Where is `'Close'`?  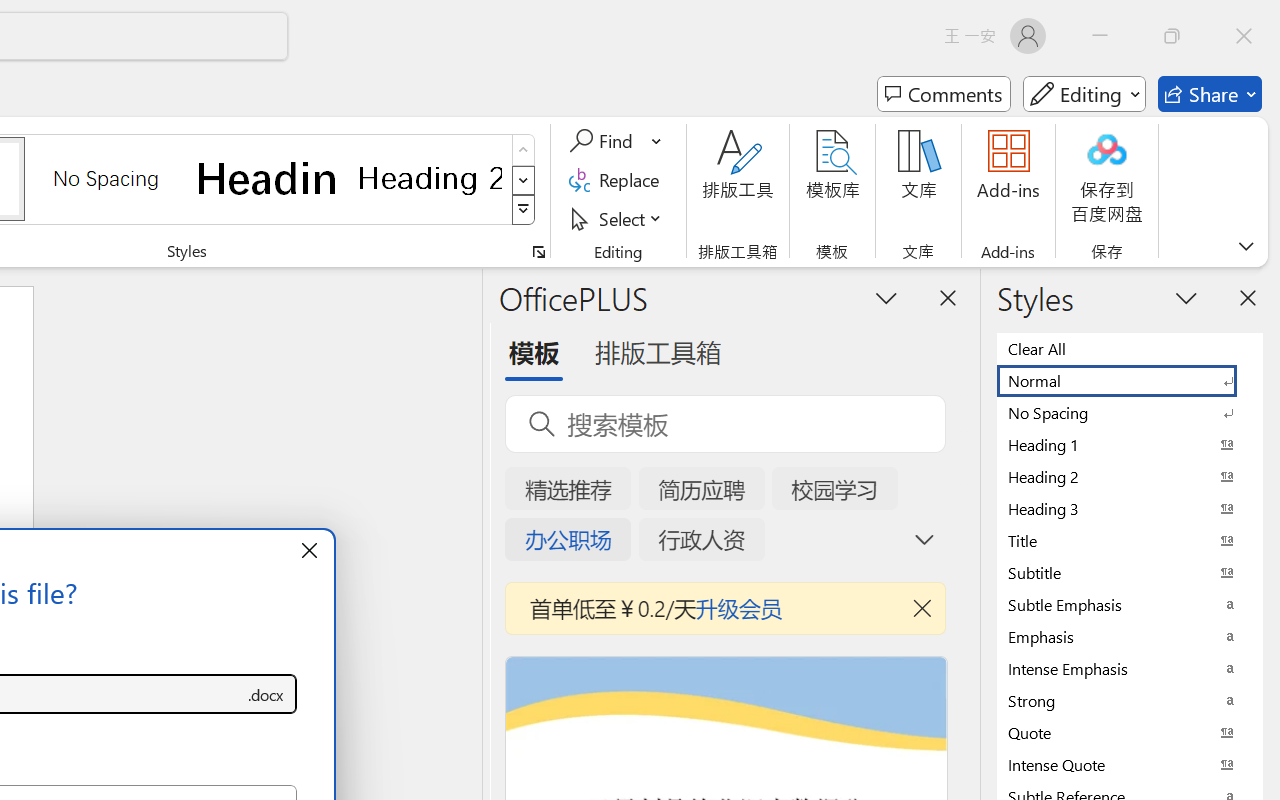 'Close' is located at coordinates (1243, 35).